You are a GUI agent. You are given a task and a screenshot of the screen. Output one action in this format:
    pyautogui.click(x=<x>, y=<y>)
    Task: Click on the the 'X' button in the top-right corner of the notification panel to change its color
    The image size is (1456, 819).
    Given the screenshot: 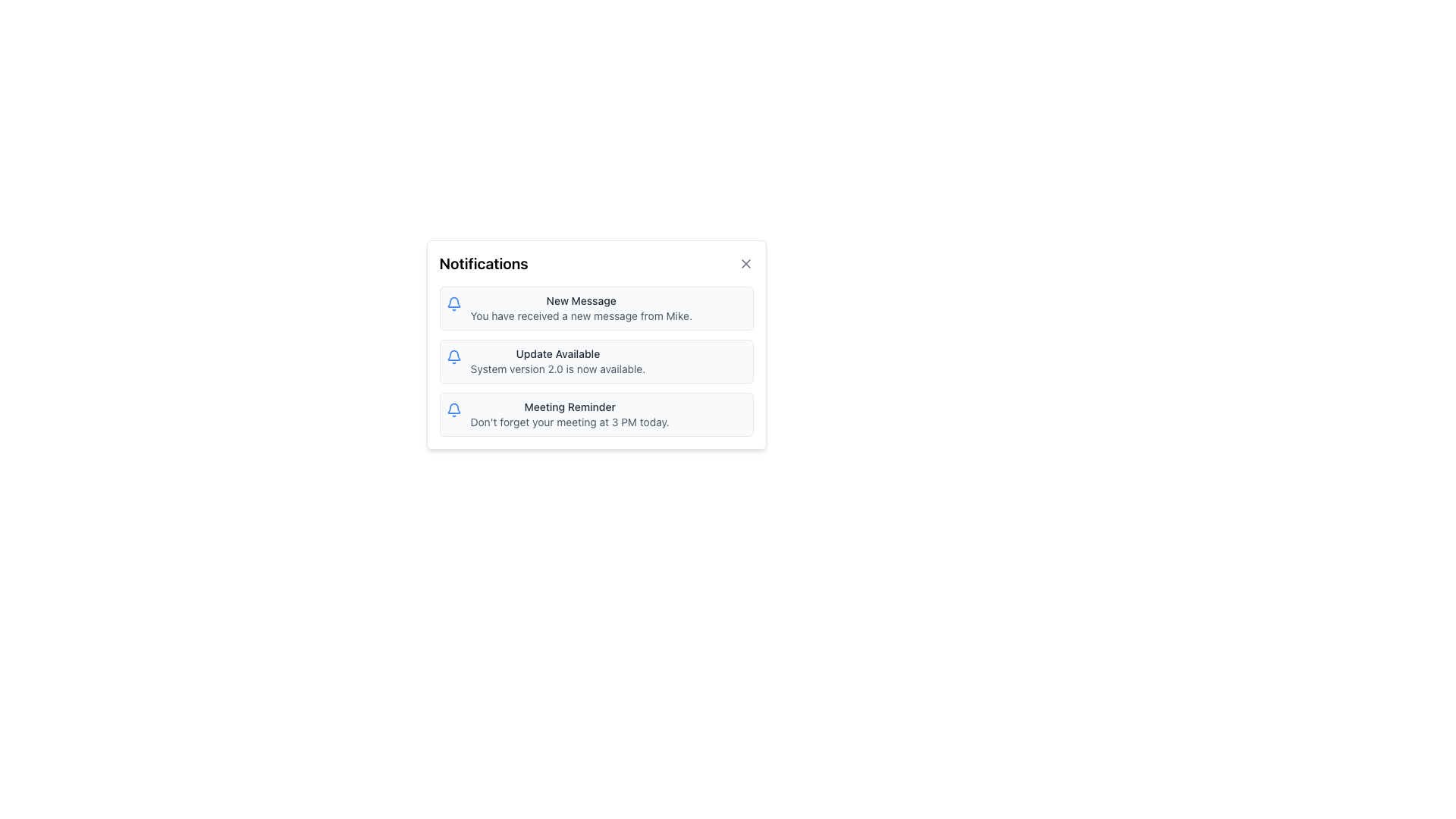 What is the action you would take?
    pyautogui.click(x=745, y=262)
    